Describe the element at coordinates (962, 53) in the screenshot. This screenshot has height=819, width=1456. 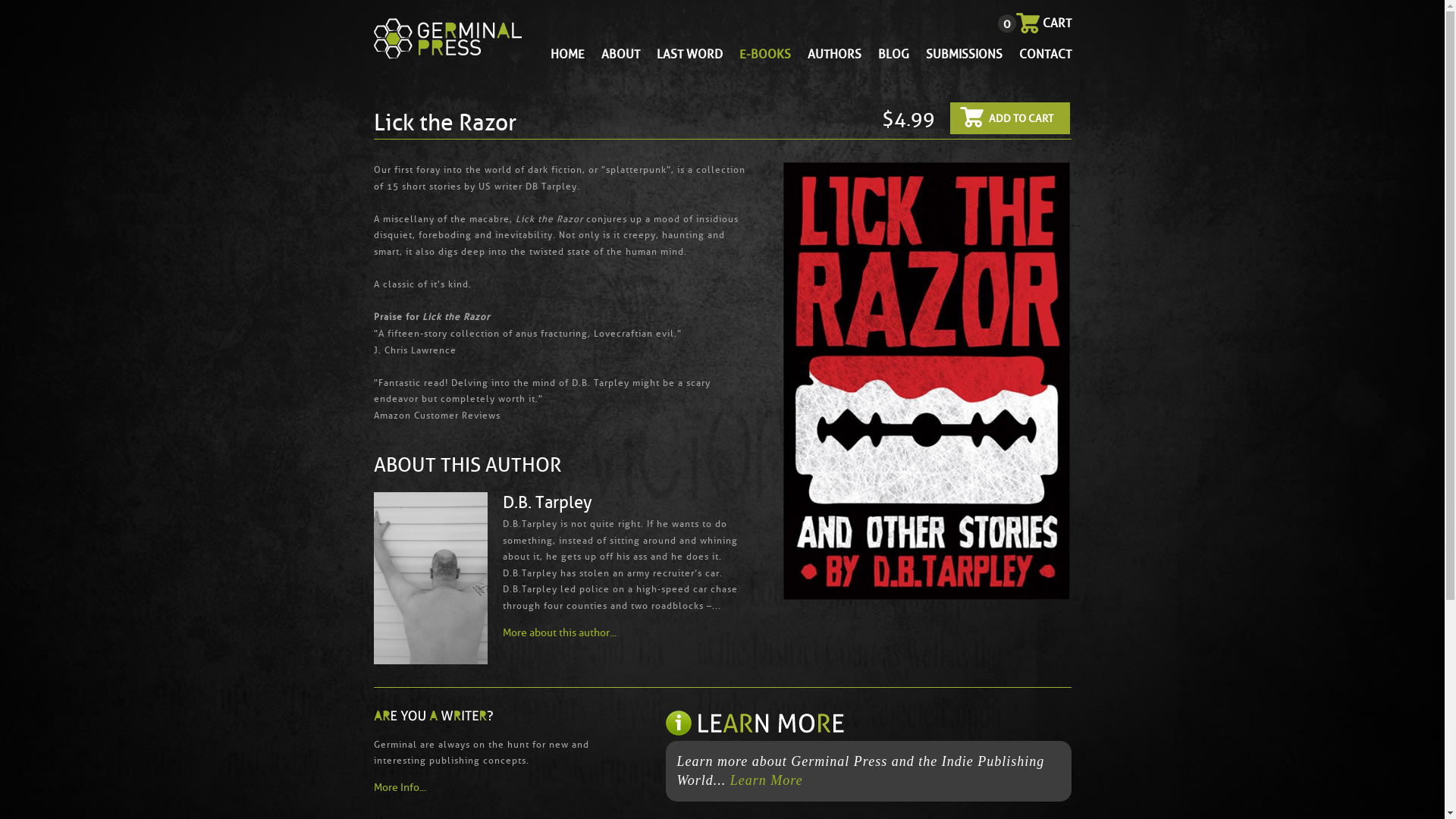
I see `'SUBMISSIONS'` at that location.